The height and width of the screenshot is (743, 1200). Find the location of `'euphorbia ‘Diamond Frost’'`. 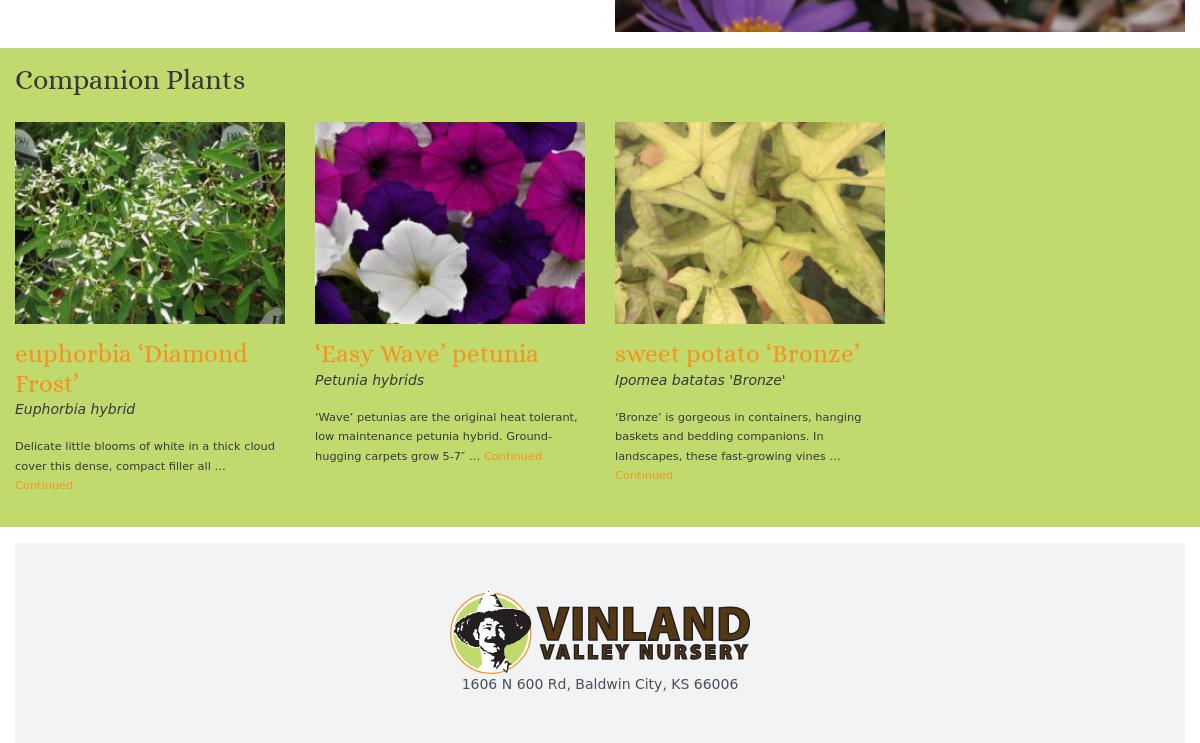

'euphorbia ‘Diamond Frost’' is located at coordinates (15, 368).